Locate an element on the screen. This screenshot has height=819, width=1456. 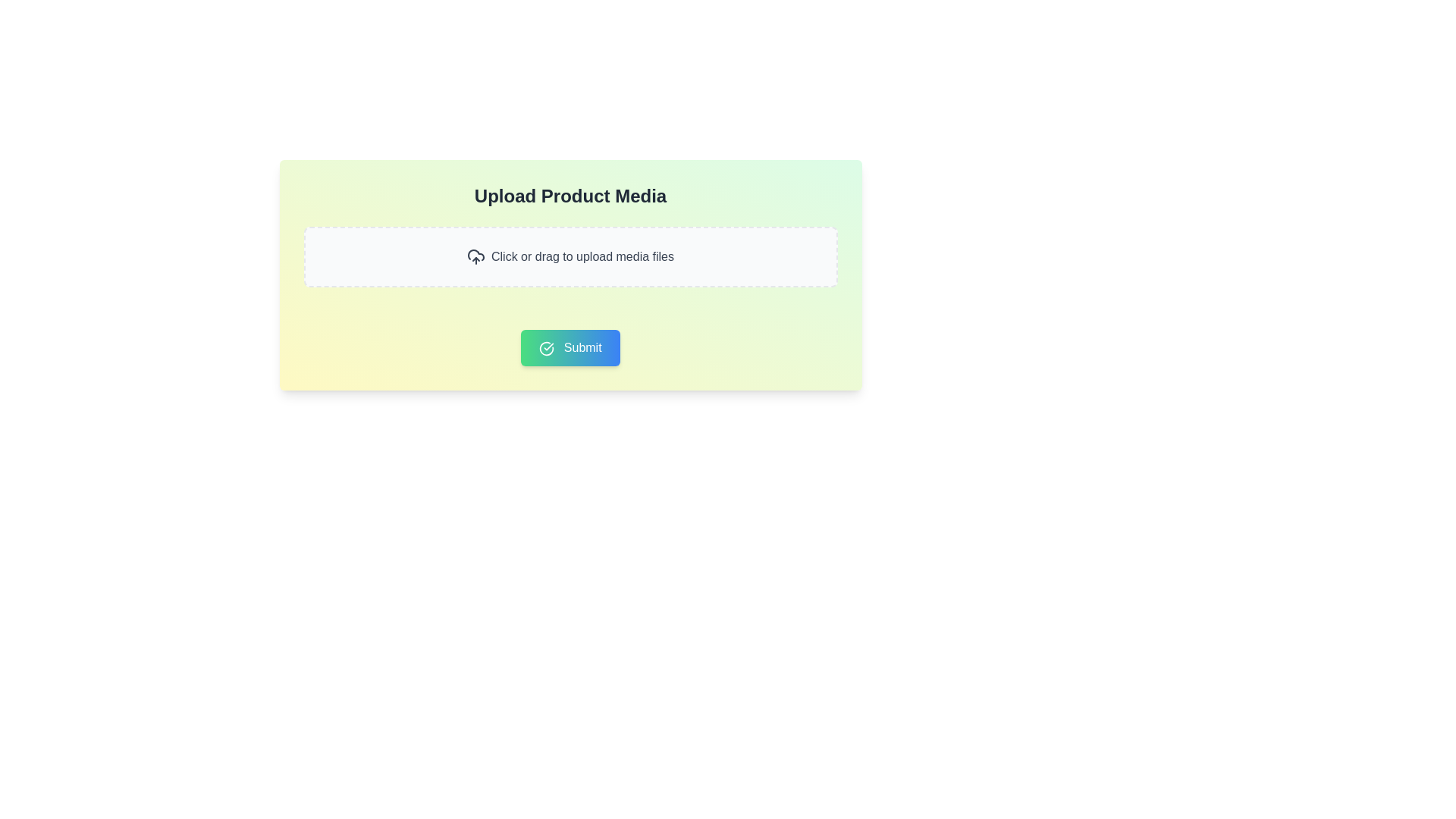
the File upload area, which is a rectangular box with dashed borders and a light gray background, containing the prompt 'Click or drag to upload media files' is located at coordinates (570, 256).